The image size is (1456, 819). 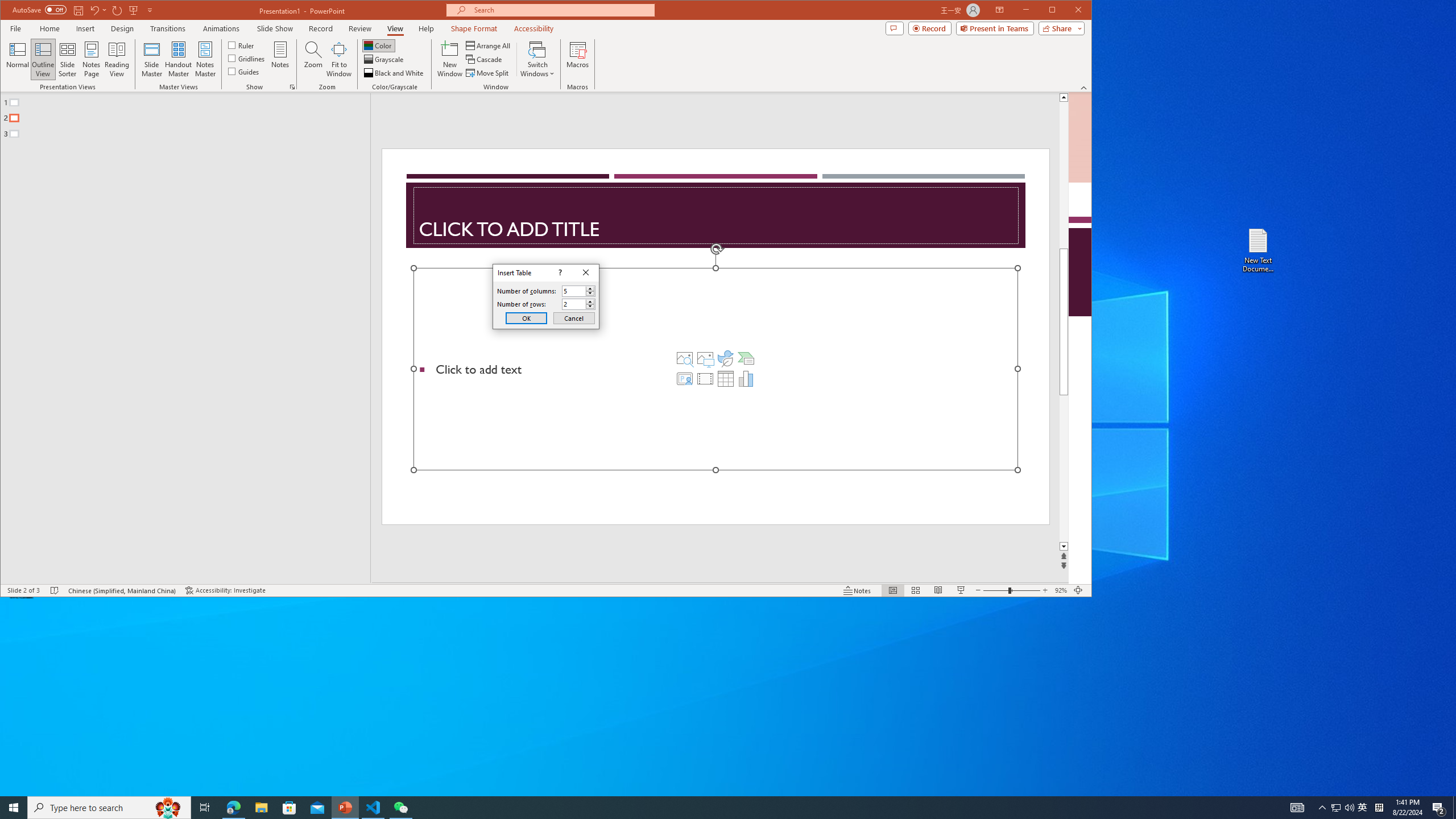 I want to click on 'Gridlines', so click(x=246, y=58).